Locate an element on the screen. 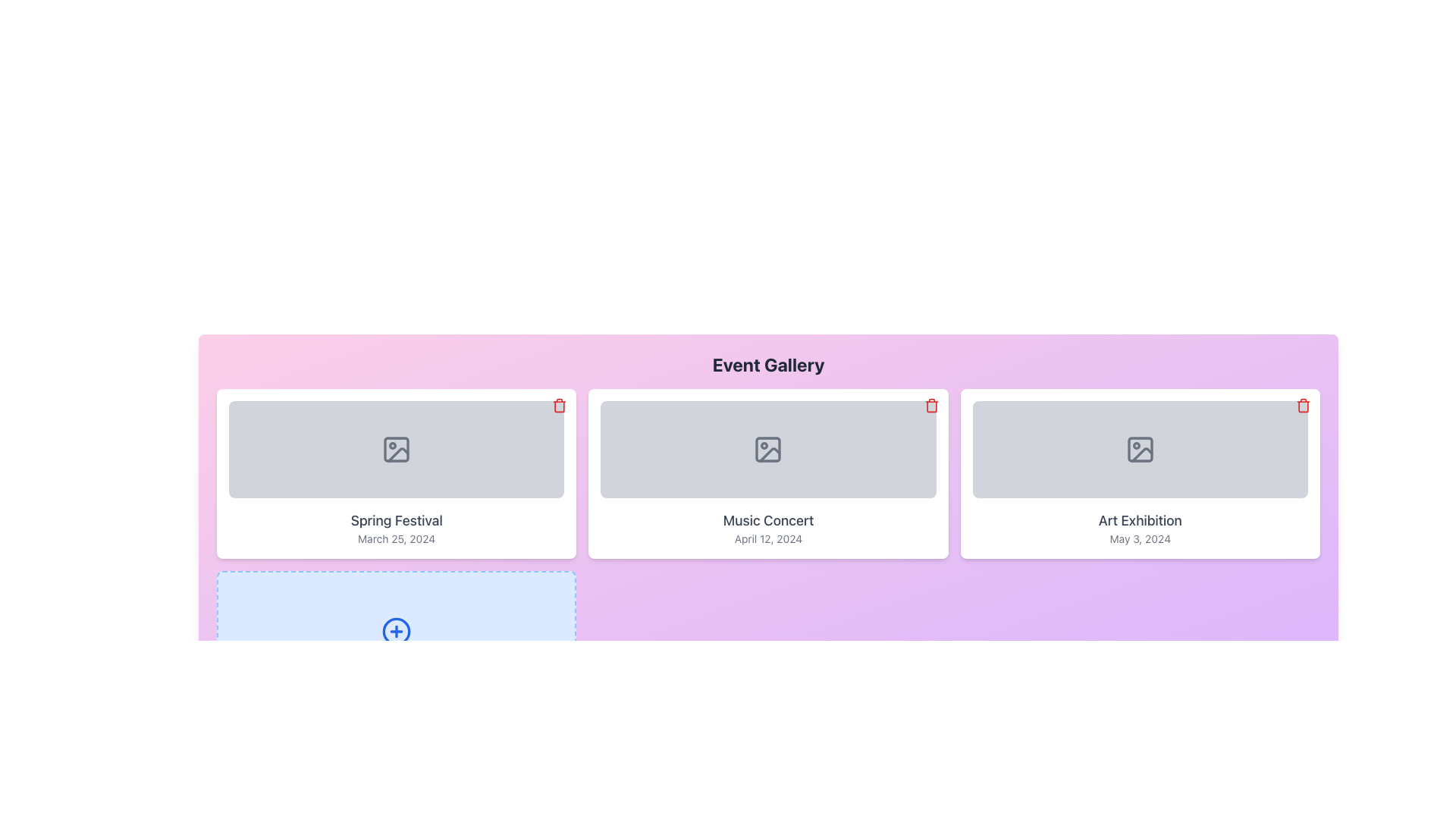  text label displaying 'Music Concert' which is styled in medium gray font and located above the date label in a card layout is located at coordinates (768, 519).